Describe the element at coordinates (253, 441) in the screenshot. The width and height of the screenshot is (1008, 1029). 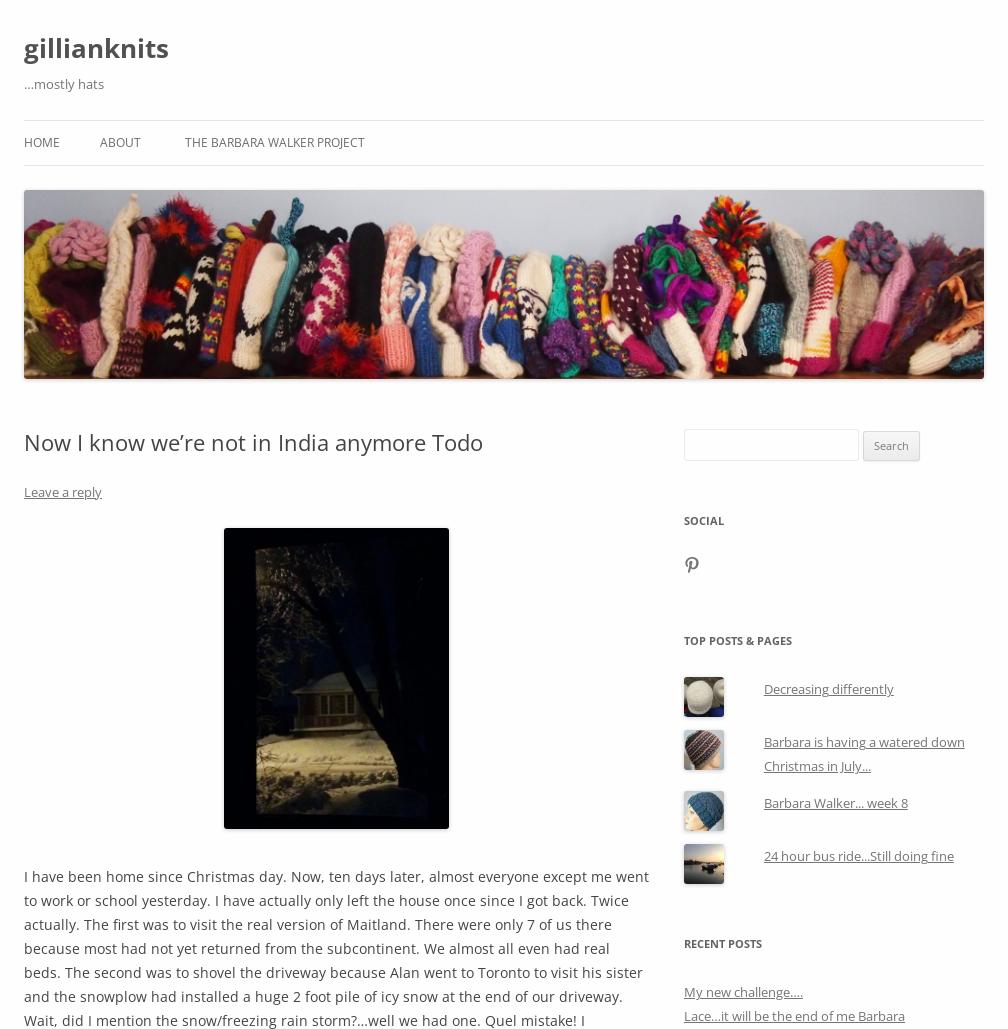
I see `'Now I know we’re not in India anymore Todo'` at that location.